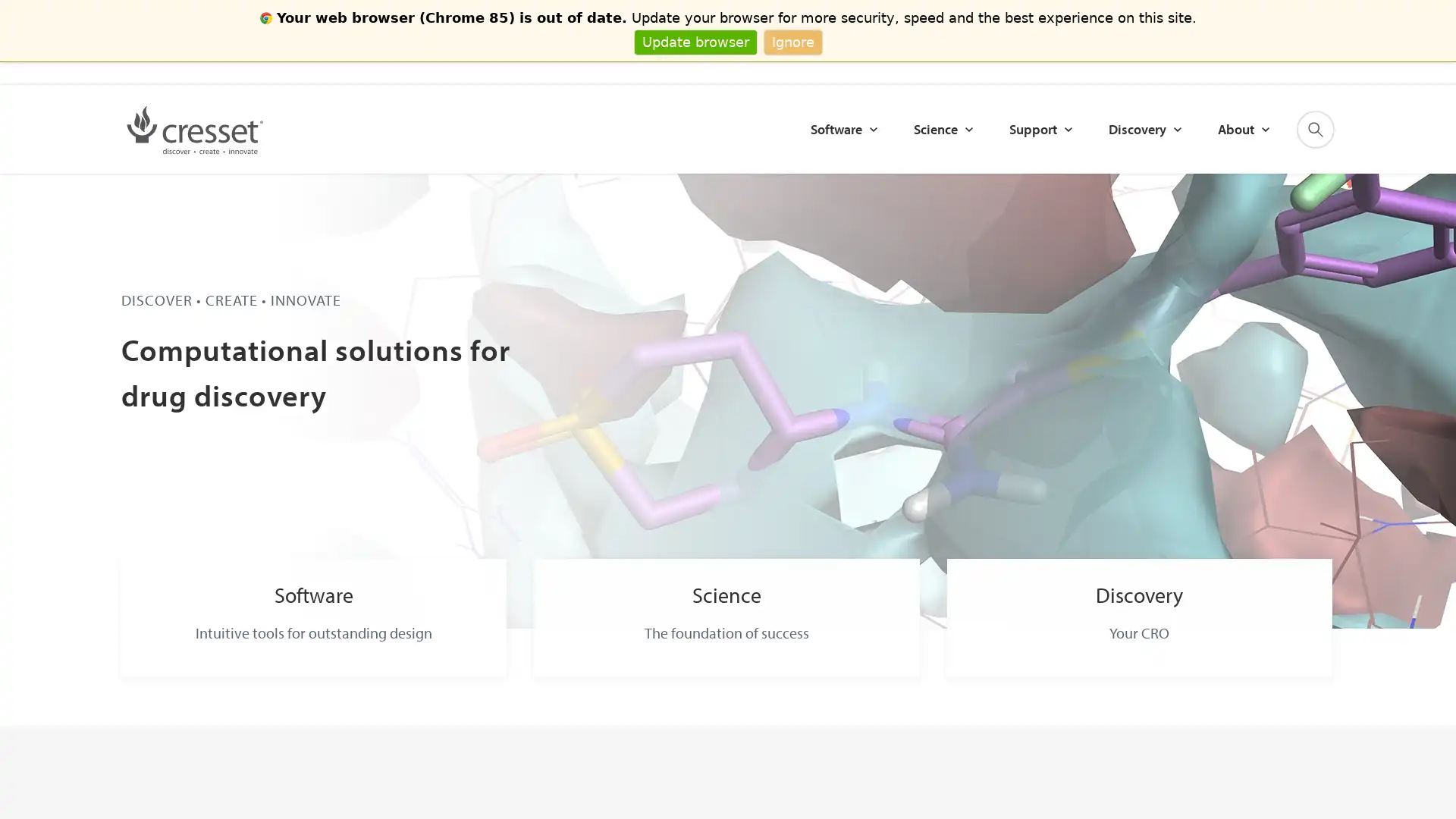 This screenshot has width=1456, height=819. Describe the element at coordinates (1203, 134) in the screenshot. I see `Press enter to search` at that location.